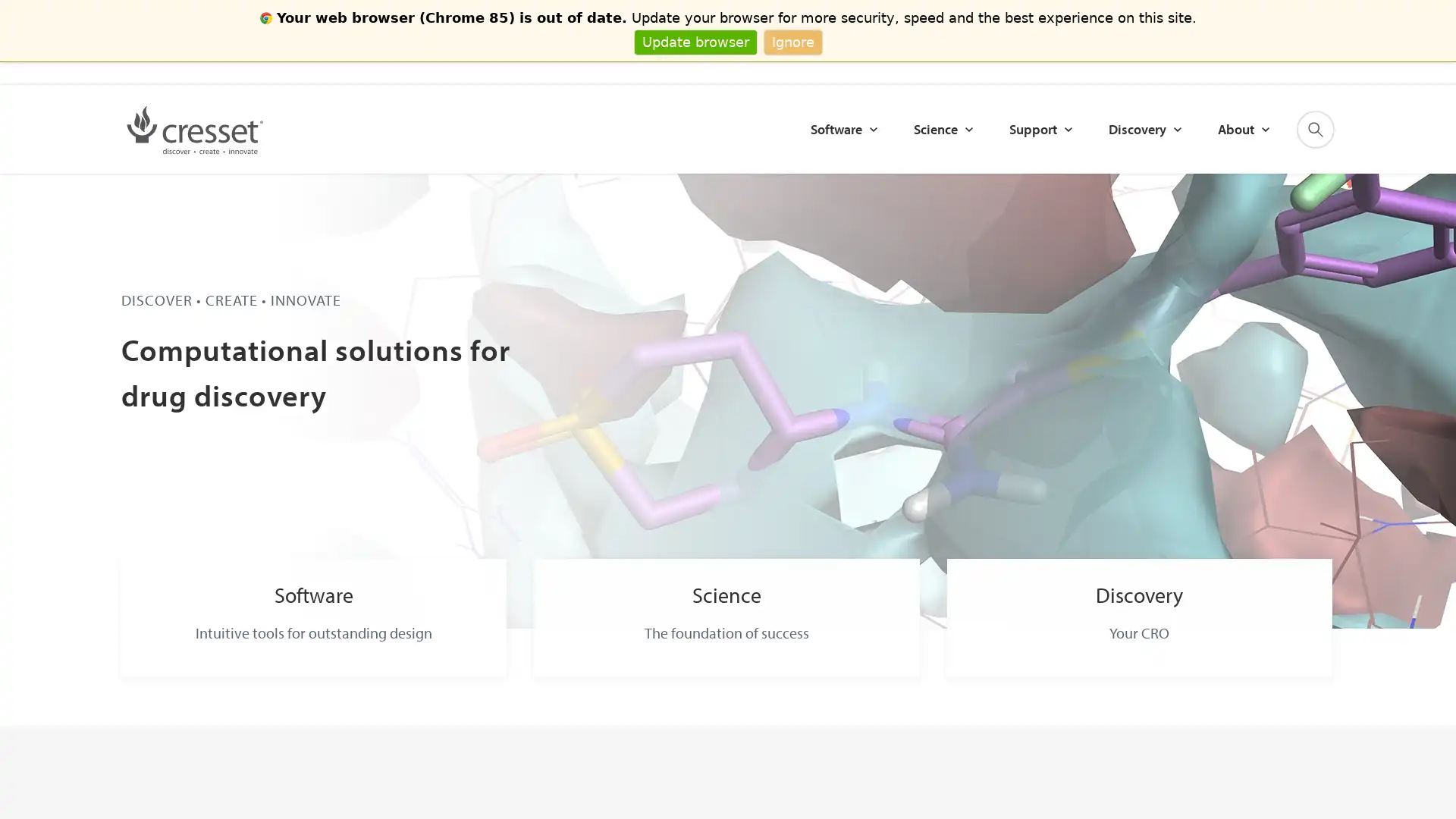 This screenshot has width=1456, height=819. Describe the element at coordinates (1203, 134) in the screenshot. I see `Press enter to search` at that location.